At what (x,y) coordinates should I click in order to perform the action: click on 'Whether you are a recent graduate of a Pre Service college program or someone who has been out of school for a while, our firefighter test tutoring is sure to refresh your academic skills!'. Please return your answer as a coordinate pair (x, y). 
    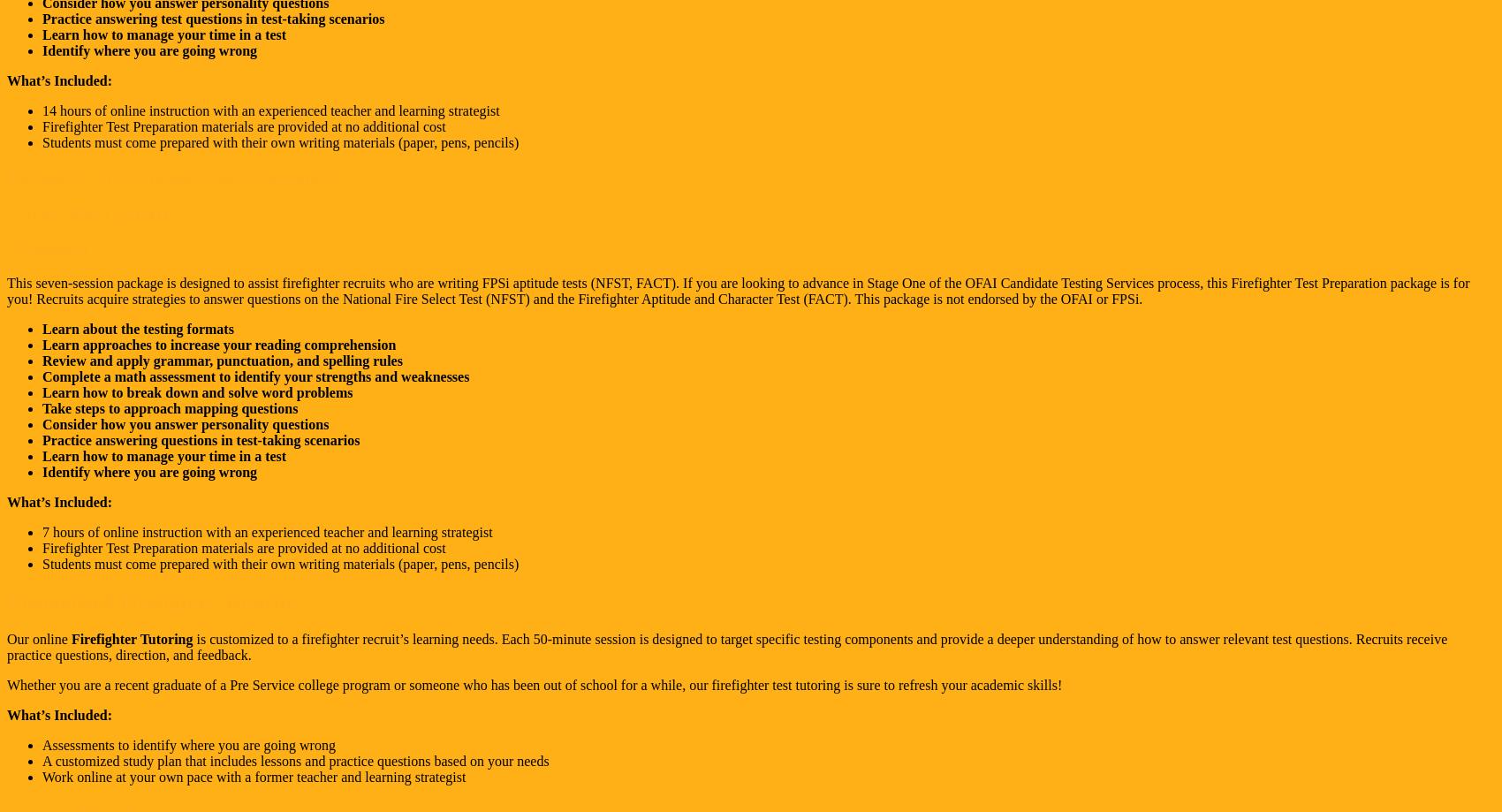
    Looking at the image, I should click on (534, 685).